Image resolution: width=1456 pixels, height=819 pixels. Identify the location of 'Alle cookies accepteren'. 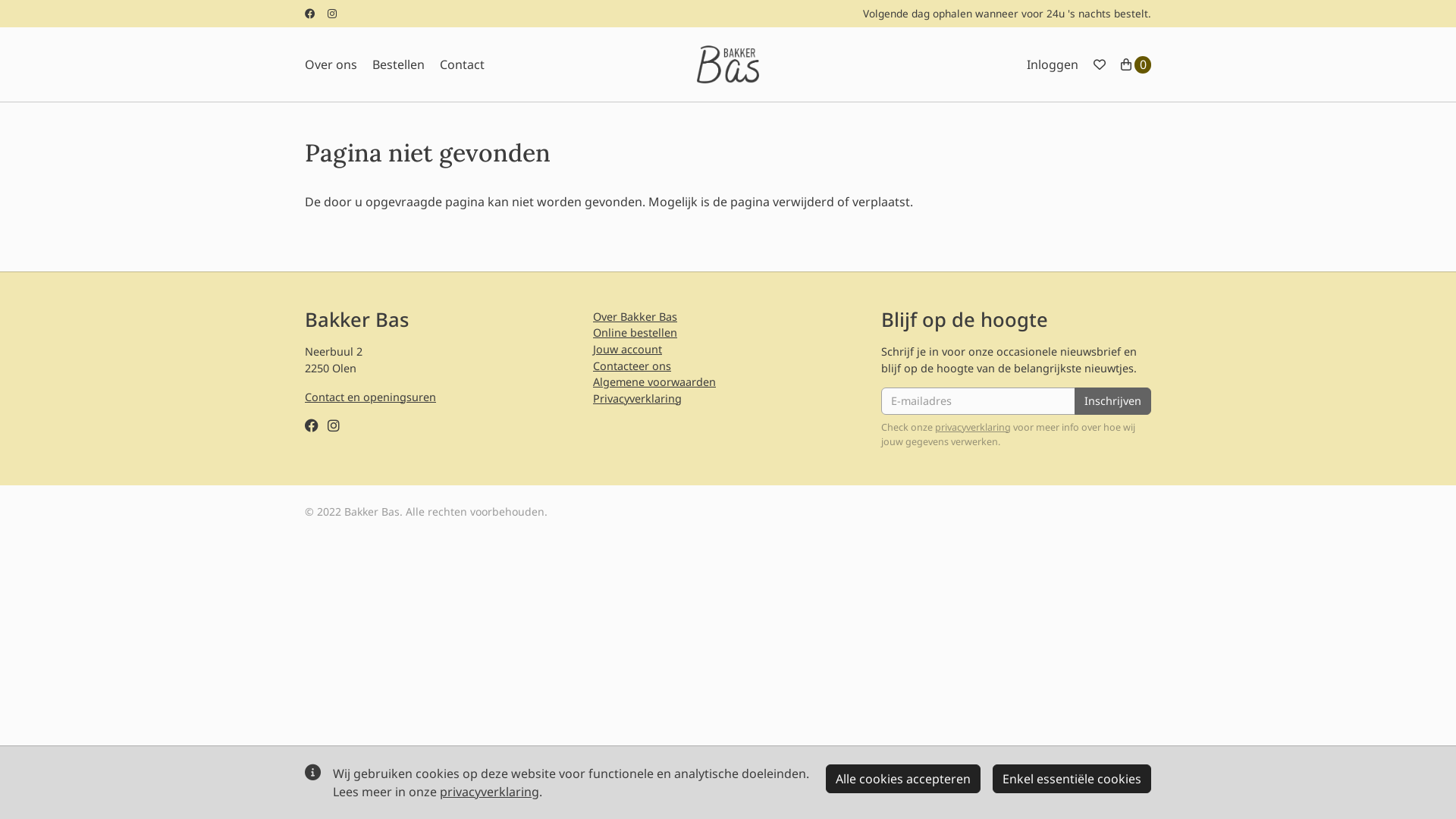
(825, 778).